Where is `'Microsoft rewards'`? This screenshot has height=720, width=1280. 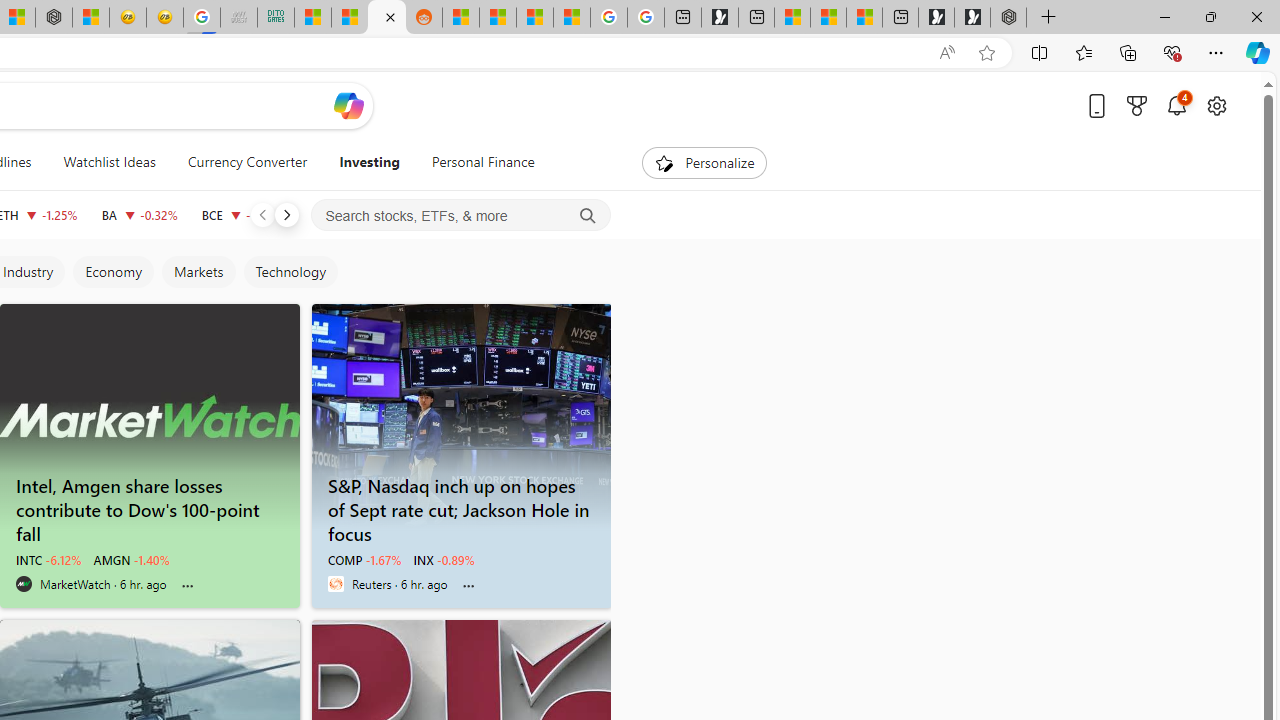 'Microsoft rewards' is located at coordinates (1137, 105).